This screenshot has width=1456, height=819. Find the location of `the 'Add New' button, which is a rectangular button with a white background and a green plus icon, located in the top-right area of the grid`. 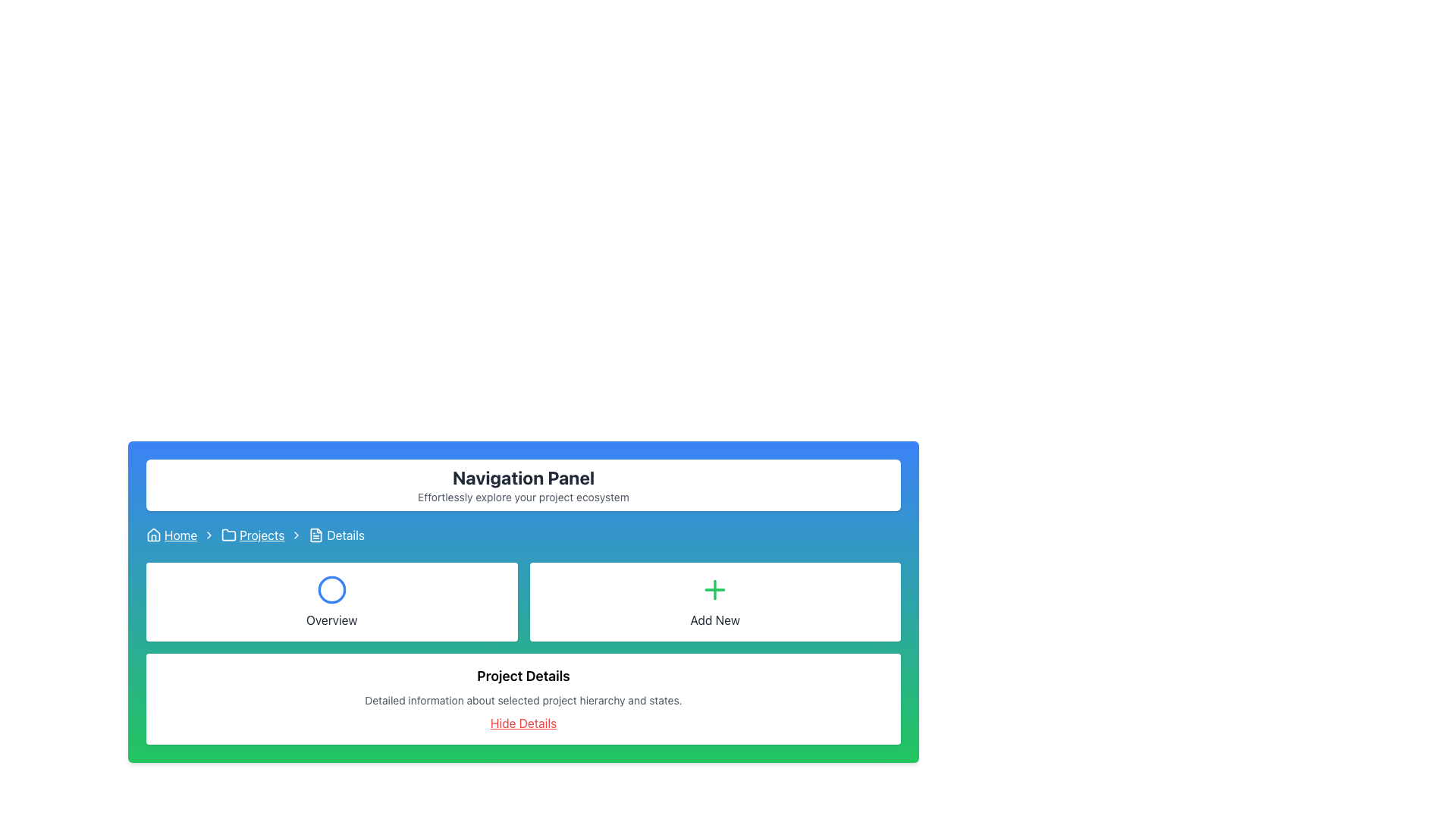

the 'Add New' button, which is a rectangular button with a white background and a green plus icon, located in the top-right area of the grid is located at coordinates (714, 601).